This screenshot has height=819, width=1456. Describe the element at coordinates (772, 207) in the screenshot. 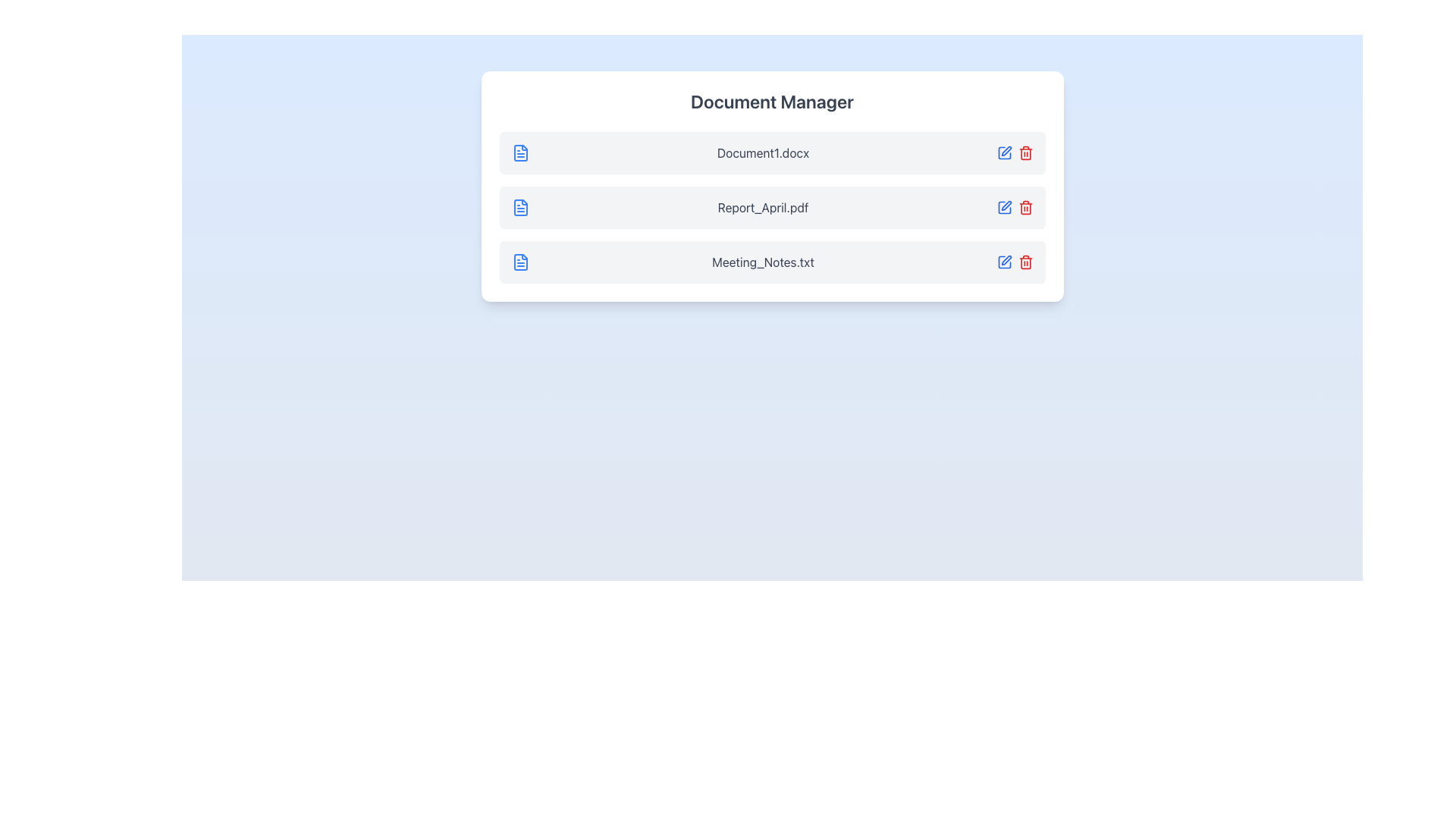

I see `the second list item in the Document Manager, which represents the file 'Report_April.pdf'` at that location.